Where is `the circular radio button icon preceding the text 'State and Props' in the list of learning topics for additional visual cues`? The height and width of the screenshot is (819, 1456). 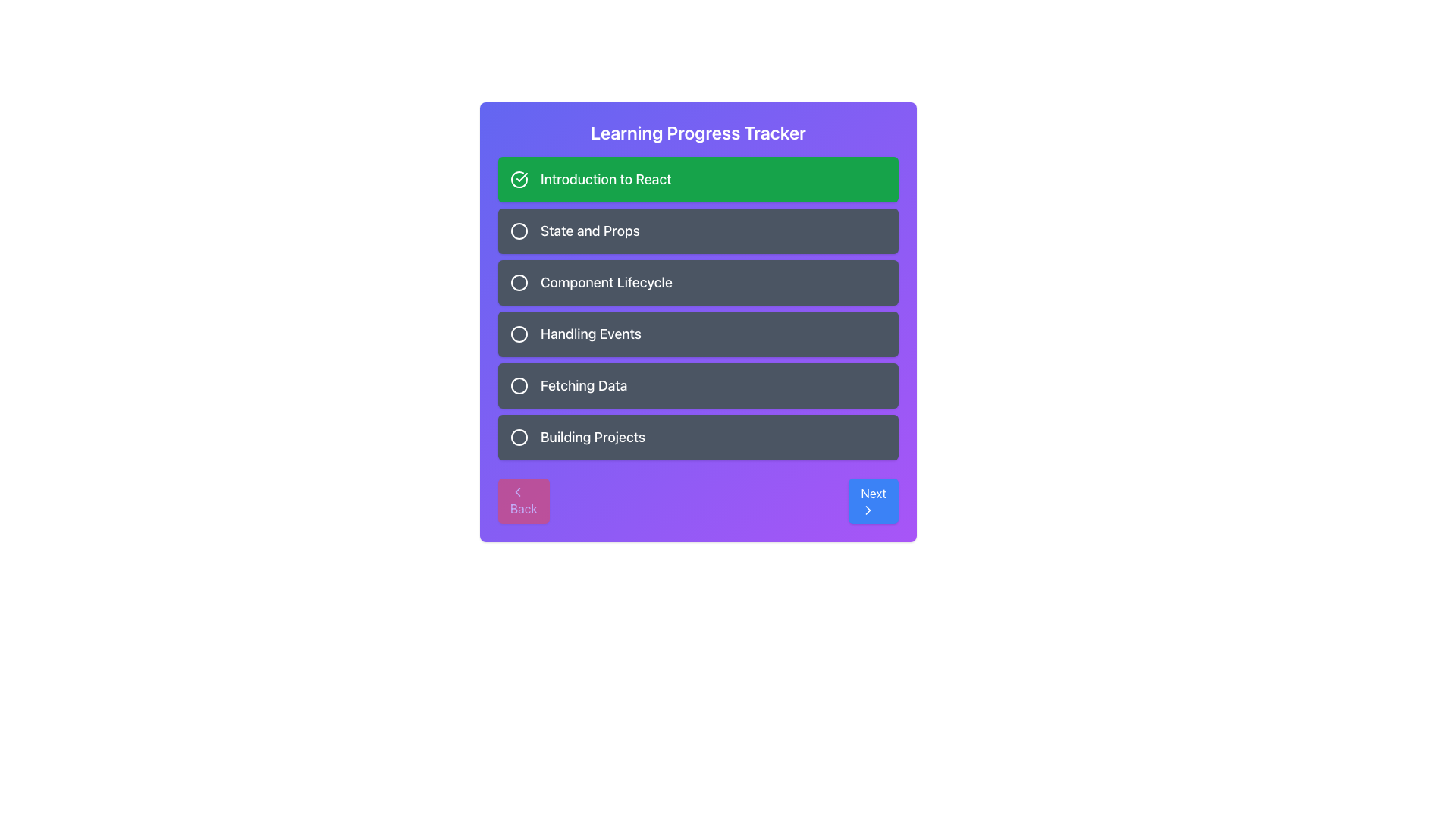 the circular radio button icon preceding the text 'State and Props' in the list of learning topics for additional visual cues is located at coordinates (519, 231).